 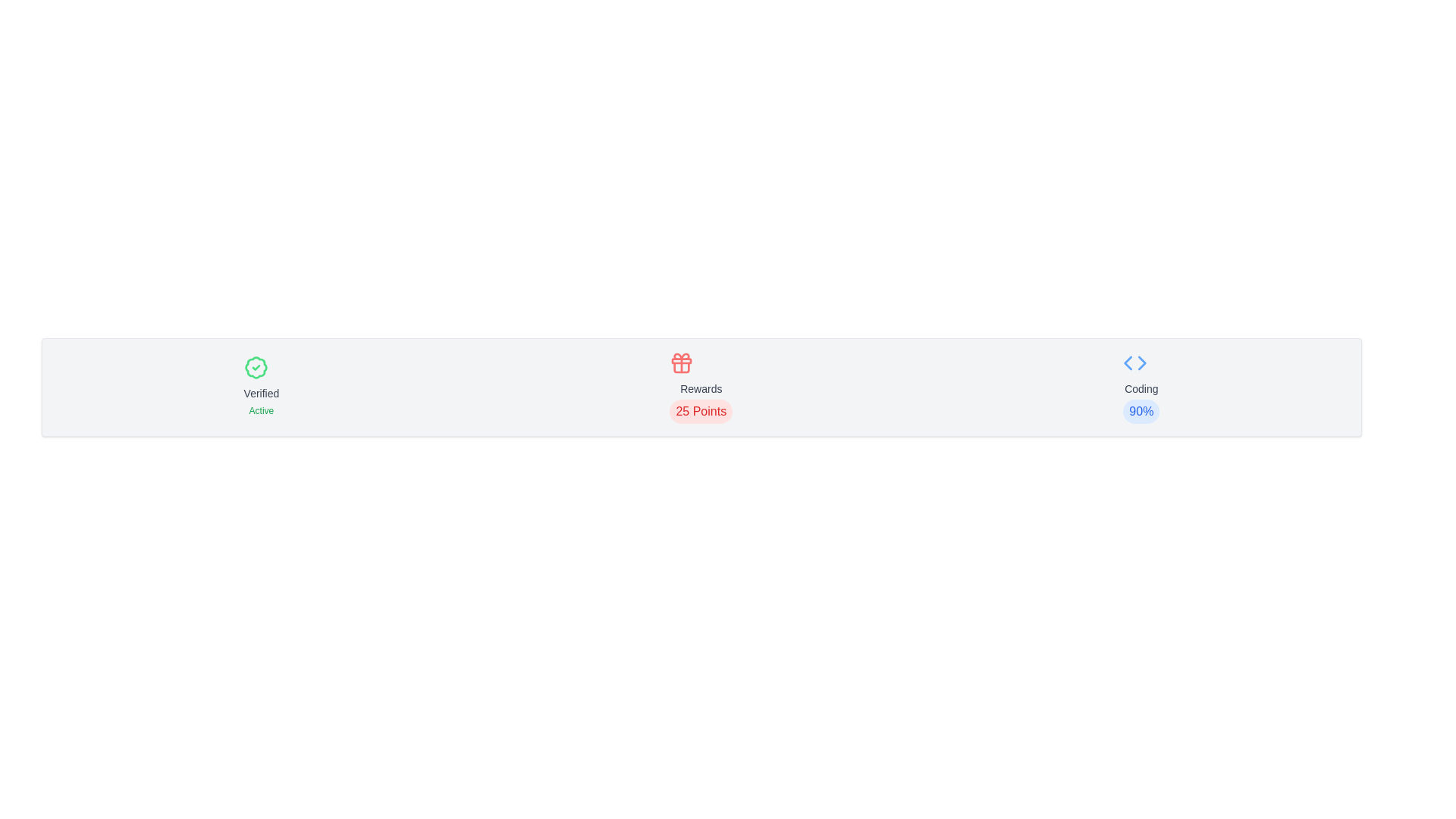 I want to click on the reward status display element indicating '25 Points' available, which is the second element from the left in the horizontally laid-out card, so click(x=700, y=386).